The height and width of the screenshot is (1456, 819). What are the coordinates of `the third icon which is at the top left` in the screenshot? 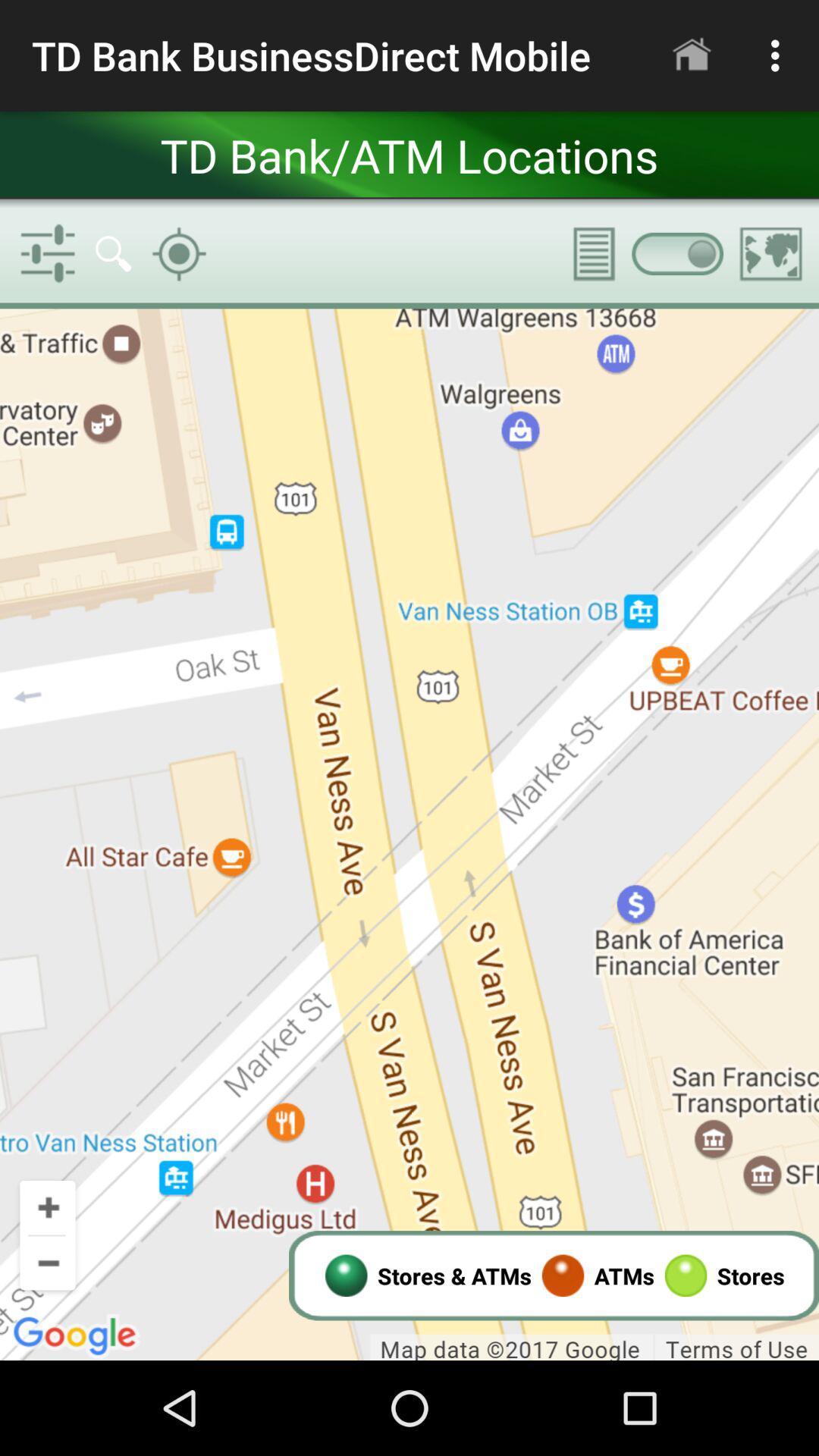 It's located at (177, 254).